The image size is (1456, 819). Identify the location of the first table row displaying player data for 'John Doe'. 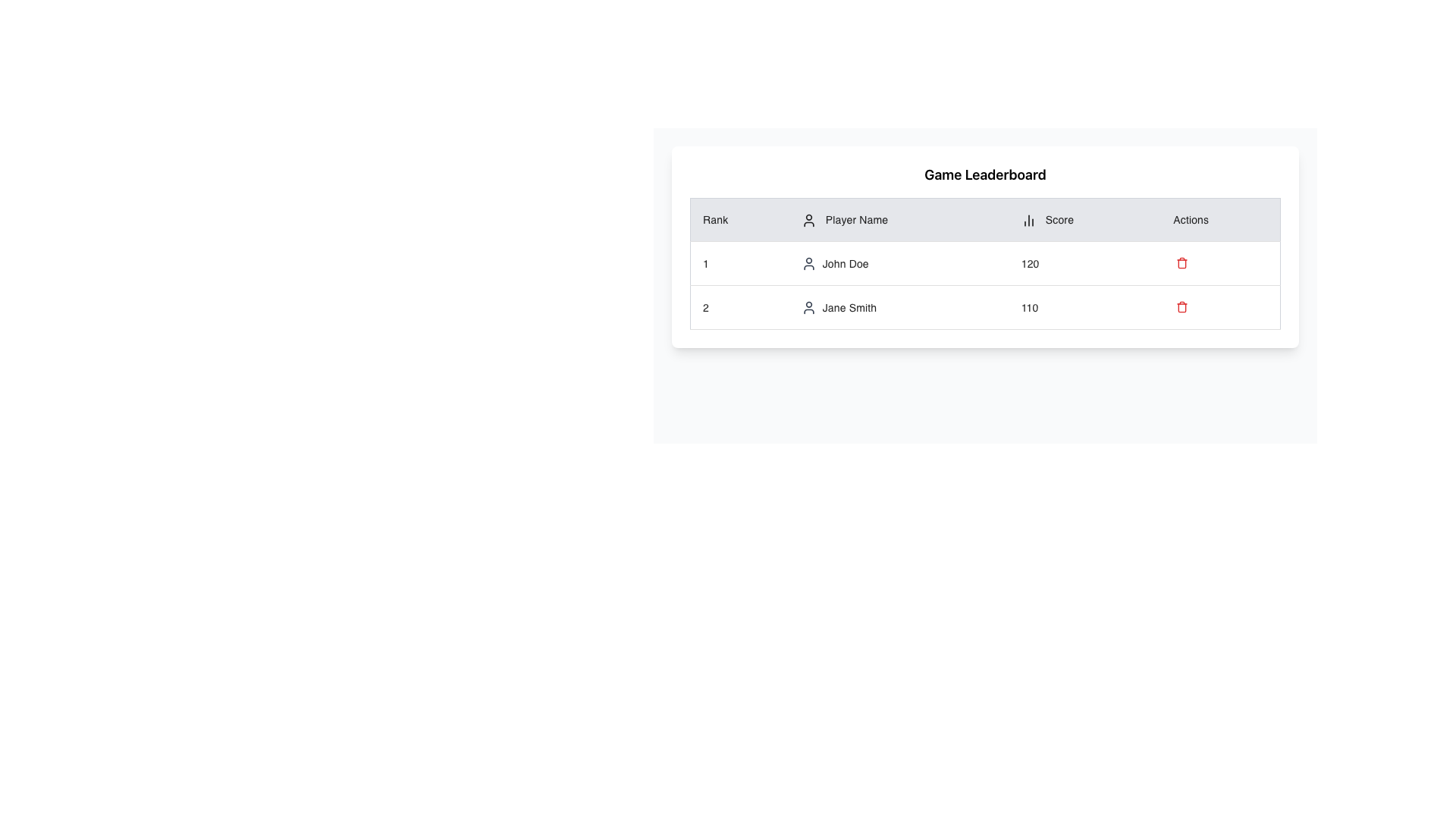
(985, 285).